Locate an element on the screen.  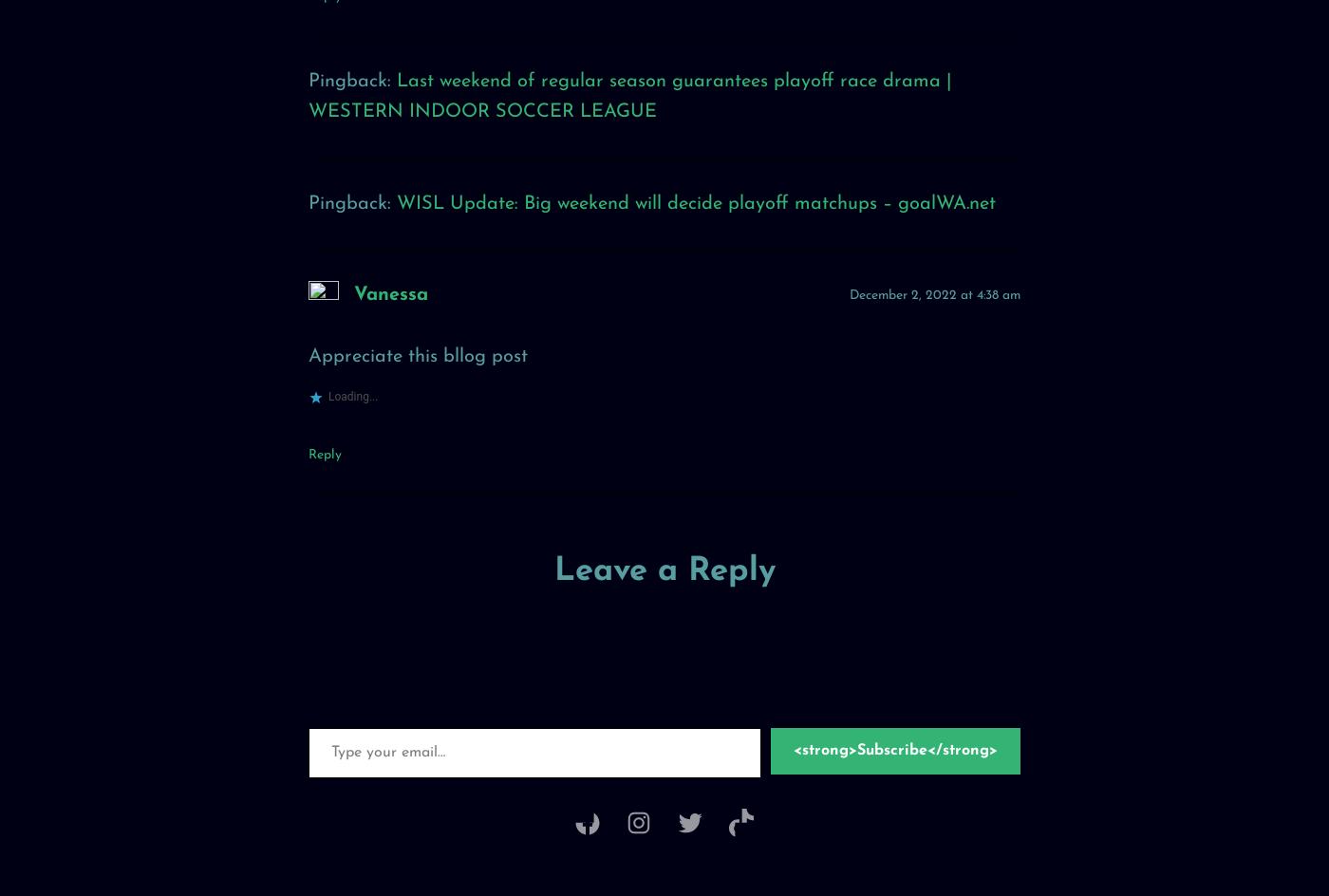
'Last weekend of regular season guarantees playoff race drama | WESTERN INDOOR SOCCER LEAGUE' is located at coordinates (308, 95).